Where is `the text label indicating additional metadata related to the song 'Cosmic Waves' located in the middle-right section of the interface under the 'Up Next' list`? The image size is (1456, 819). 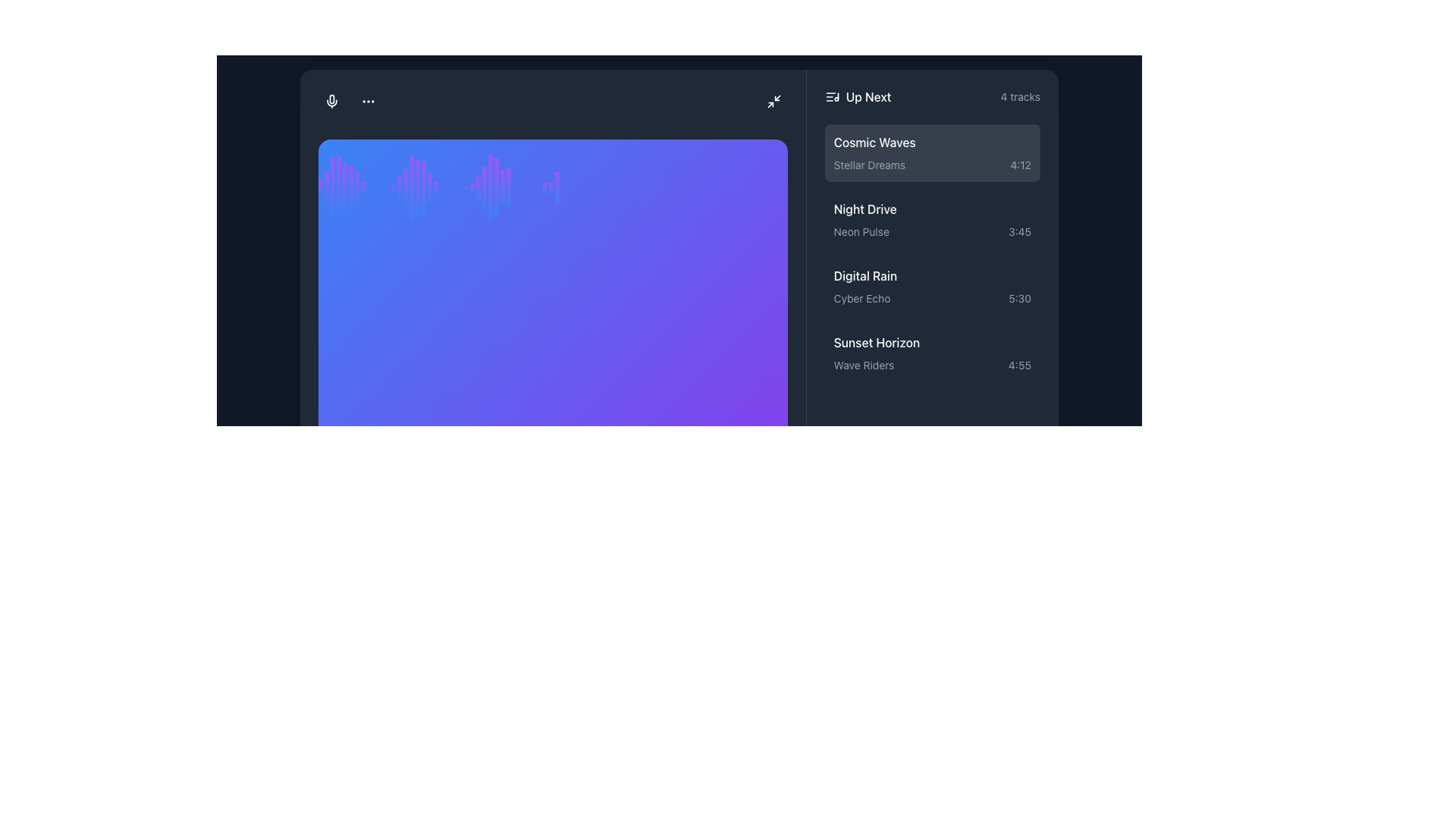 the text label indicating additional metadata related to the song 'Cosmic Waves' located in the middle-right section of the interface under the 'Up Next' list is located at coordinates (869, 165).